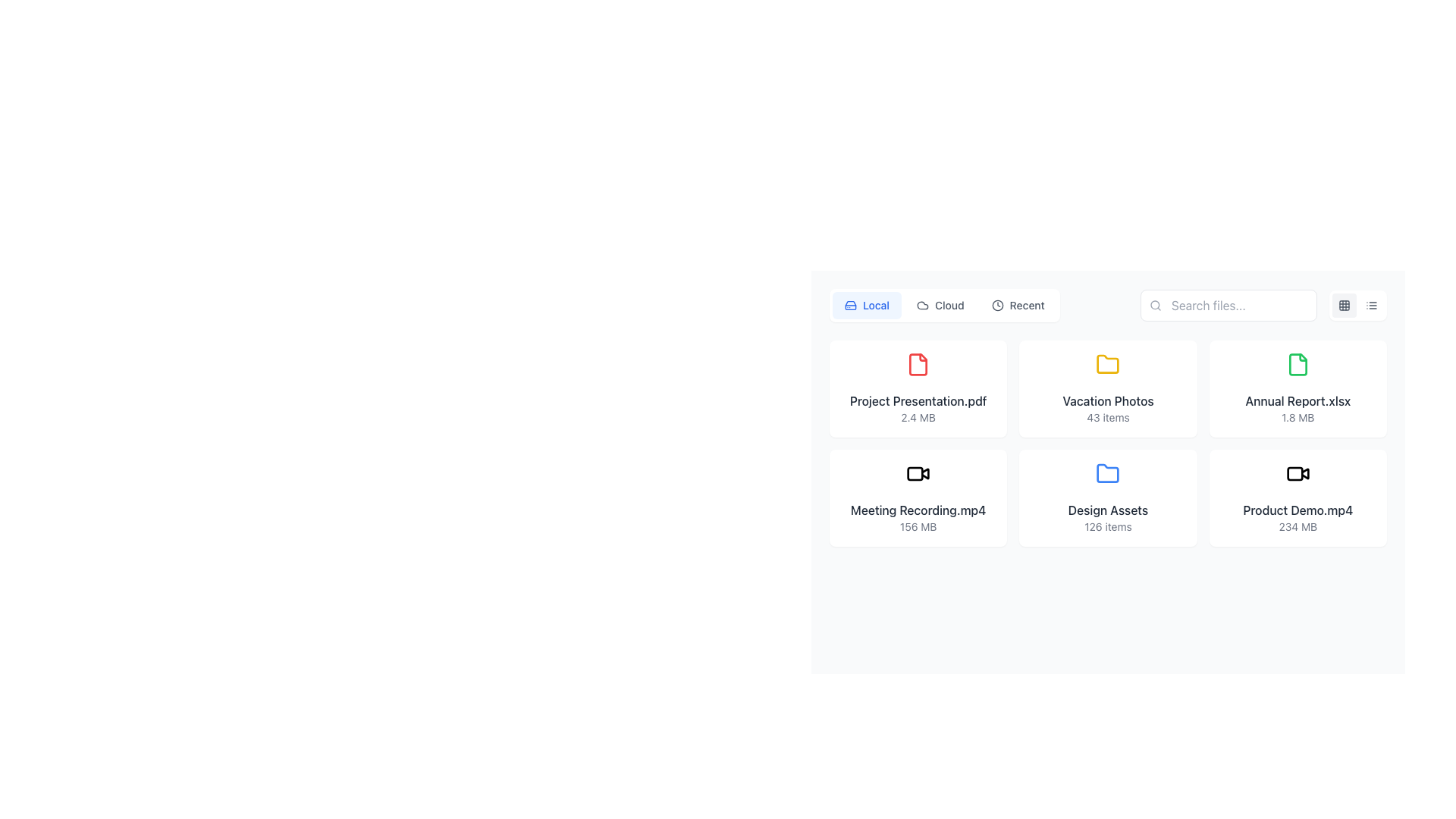  What do you see at coordinates (1108, 408) in the screenshot?
I see `the text information displayed in the Label that reads 'Vacation Photos' in bold dark gray and '43 items' in smaller light gray, located in the second column and second row of the grid layout` at bounding box center [1108, 408].